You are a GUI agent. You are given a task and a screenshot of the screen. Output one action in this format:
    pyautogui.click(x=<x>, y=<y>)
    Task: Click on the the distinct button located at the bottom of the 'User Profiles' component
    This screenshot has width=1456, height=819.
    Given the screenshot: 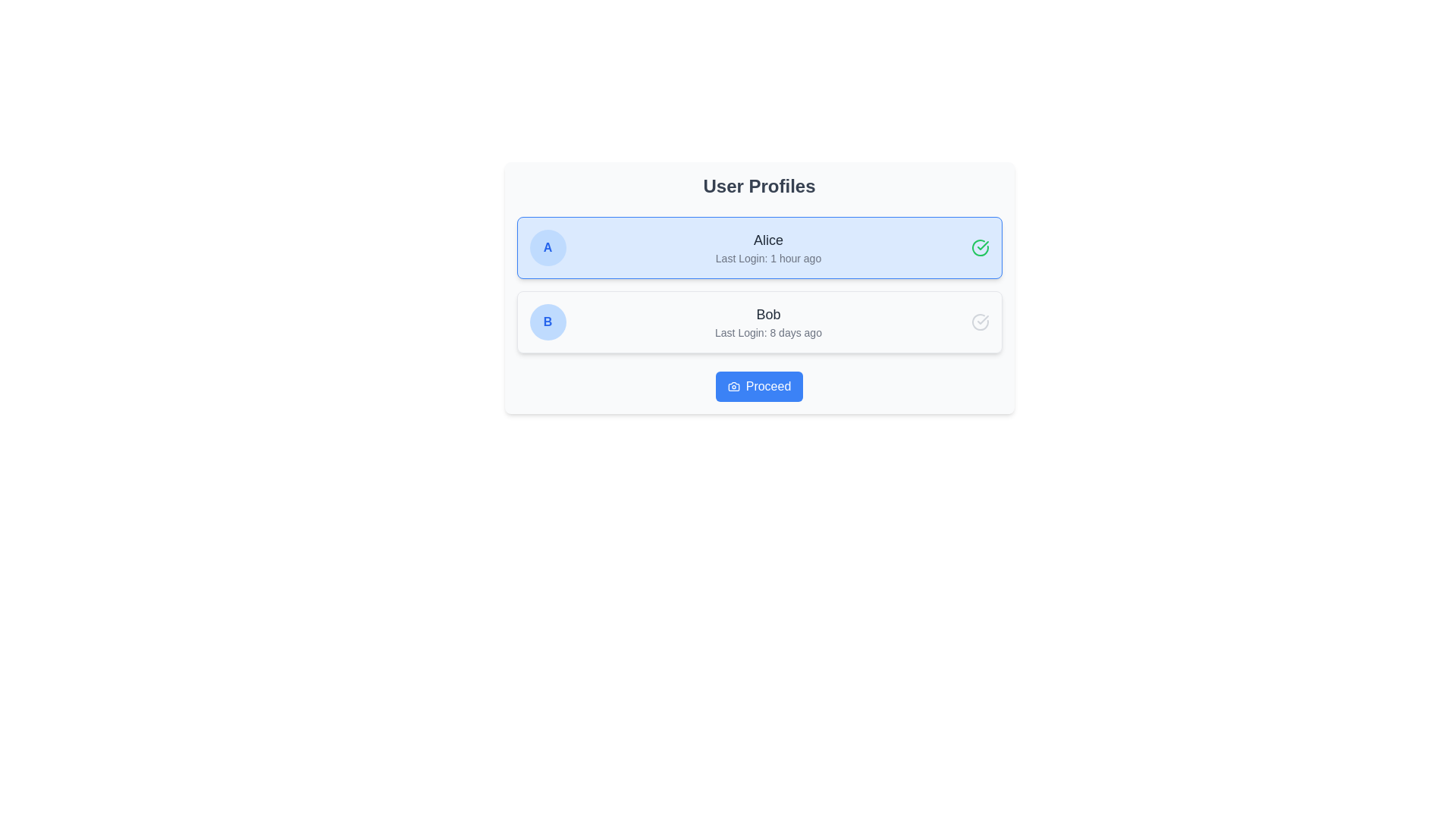 What is the action you would take?
    pyautogui.click(x=759, y=385)
    